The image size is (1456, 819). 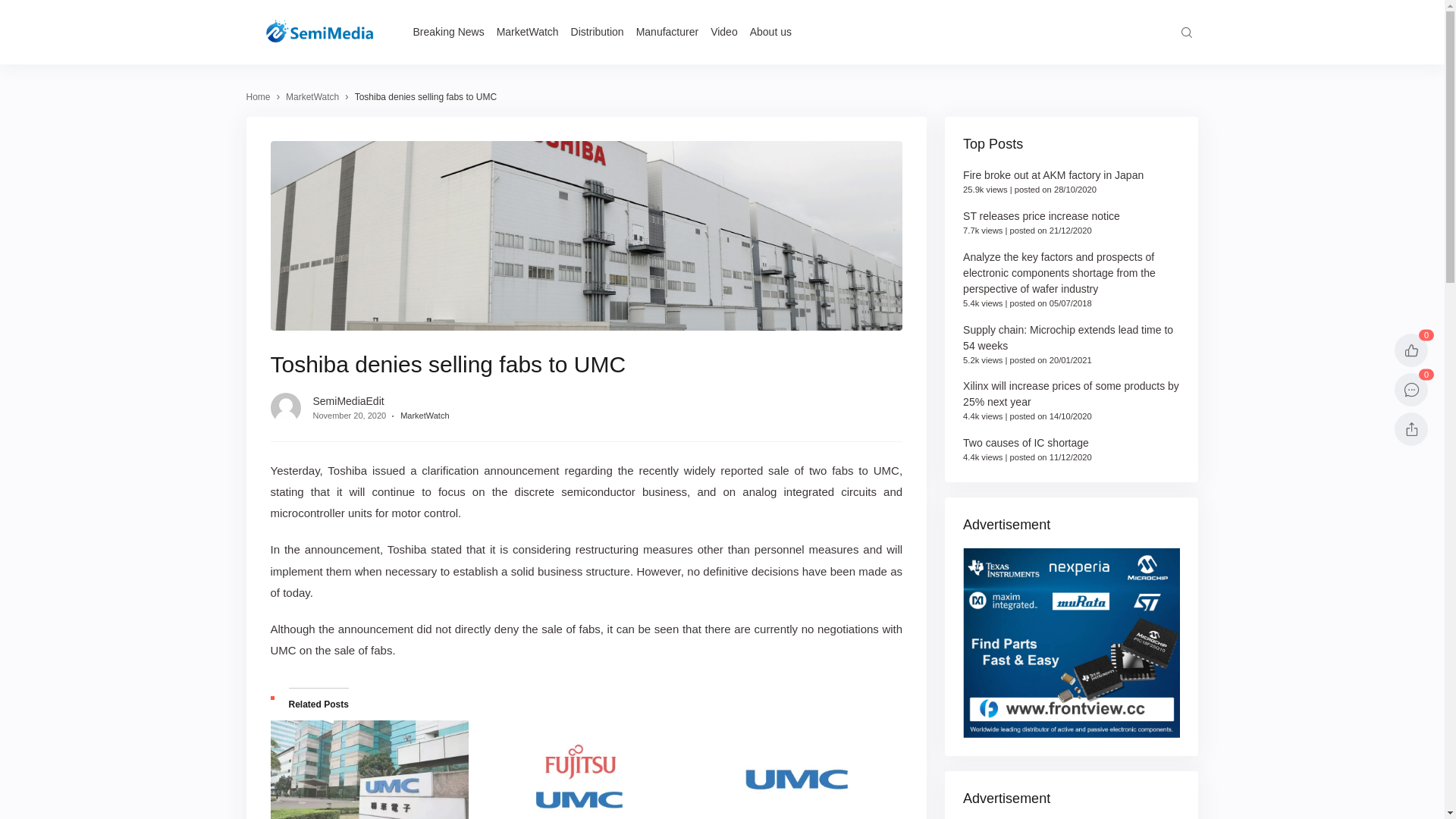 I want to click on '0', so click(x=1410, y=388).